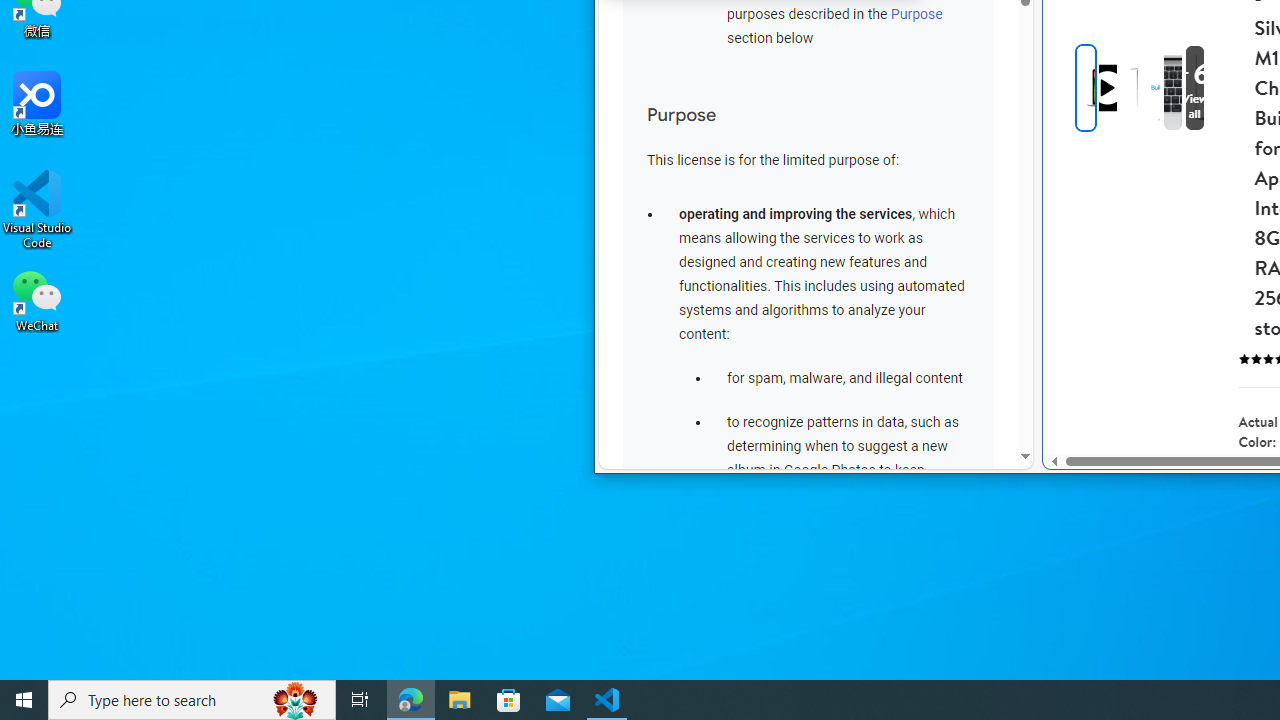  Describe the element at coordinates (509, 698) in the screenshot. I see `'Microsoft Store'` at that location.